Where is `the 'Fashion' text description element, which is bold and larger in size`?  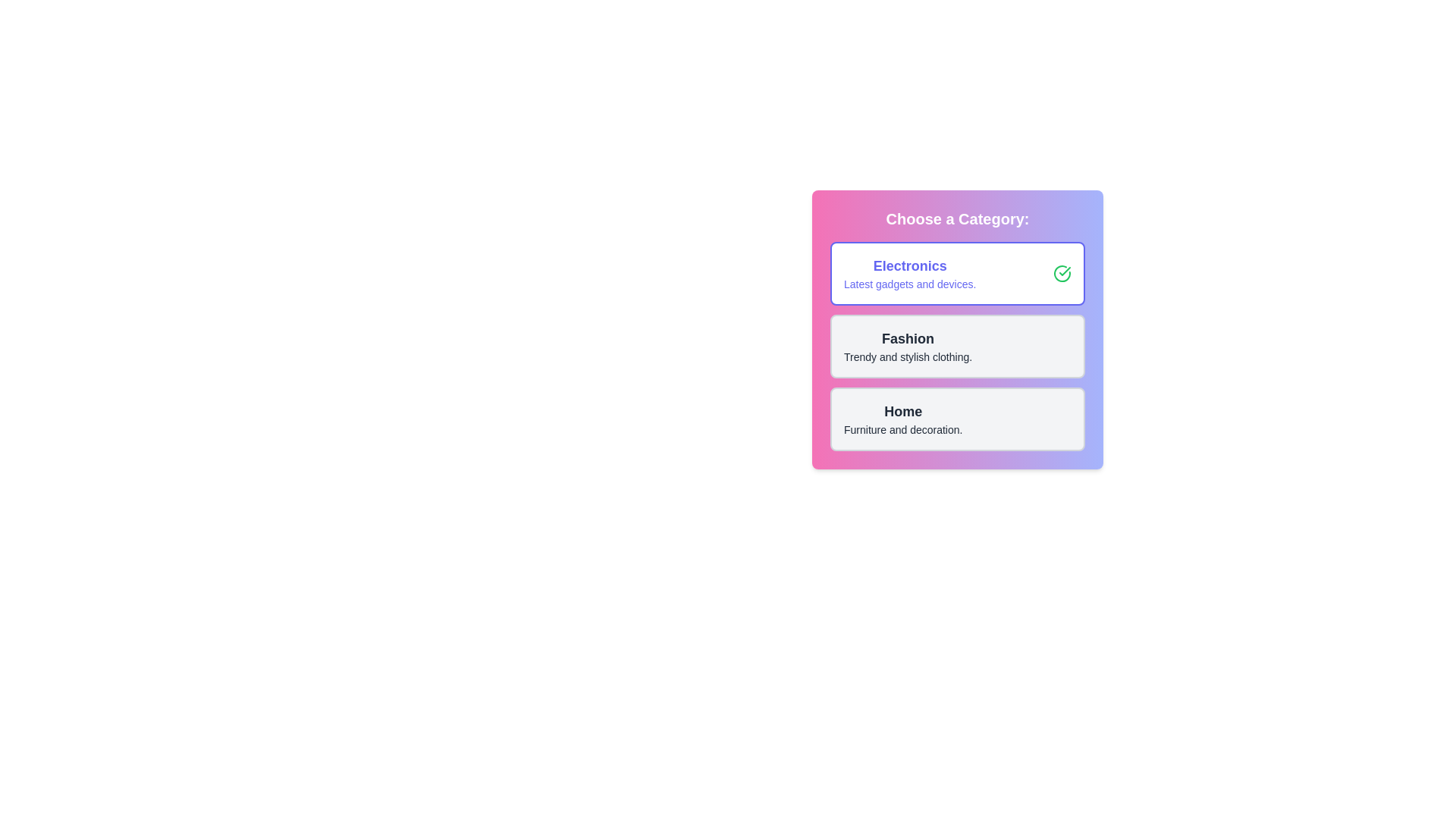
the 'Fashion' text description element, which is bold and larger in size is located at coordinates (908, 346).